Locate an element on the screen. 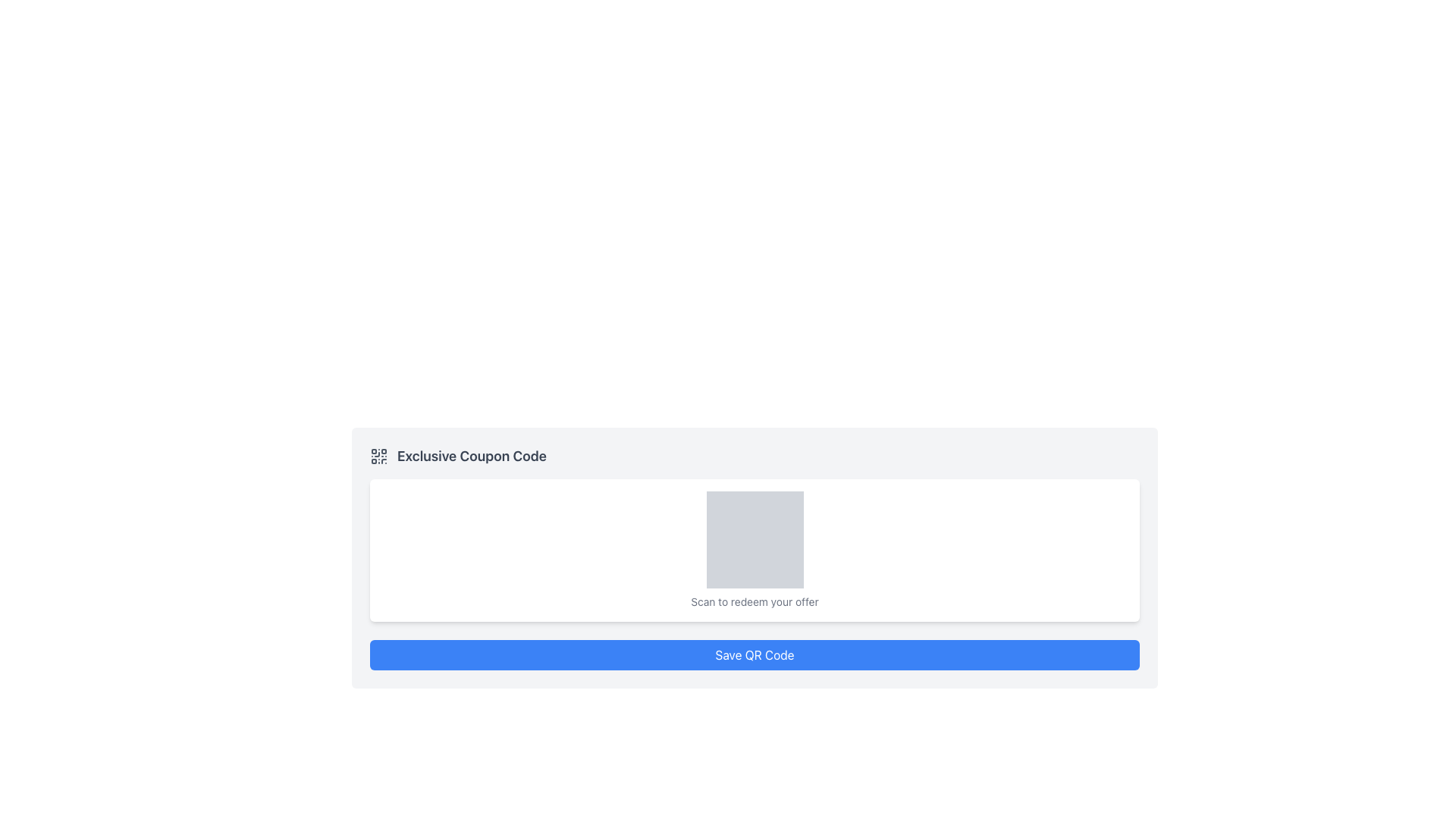  the QR code icon located to the left of the 'Exclusive Coupon Code' text at the top of the white card interface is located at coordinates (378, 455).